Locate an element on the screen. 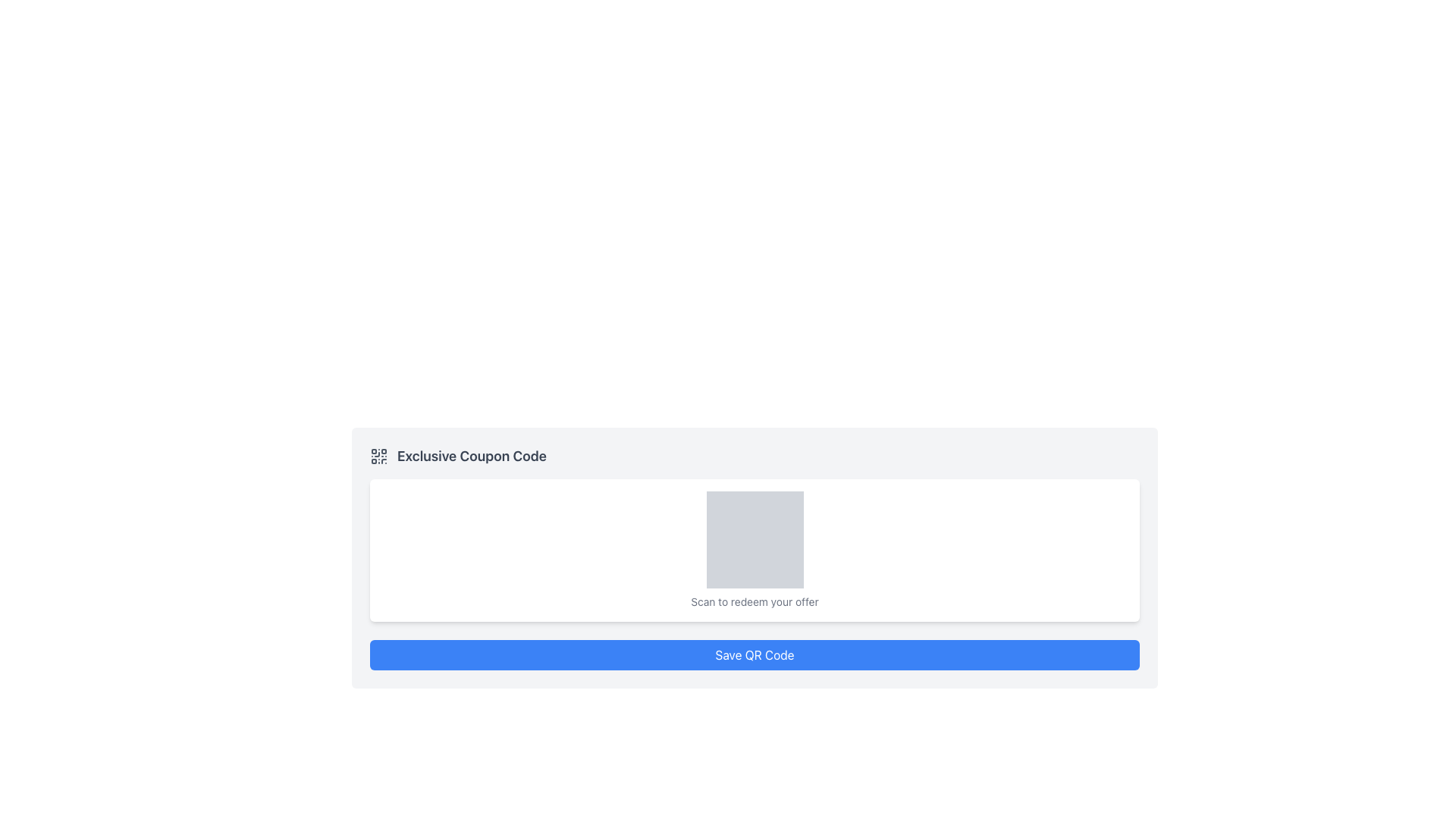  the QR code icon located to the left of the 'Exclusive Coupon Code' text at the top of the white card interface is located at coordinates (378, 455).